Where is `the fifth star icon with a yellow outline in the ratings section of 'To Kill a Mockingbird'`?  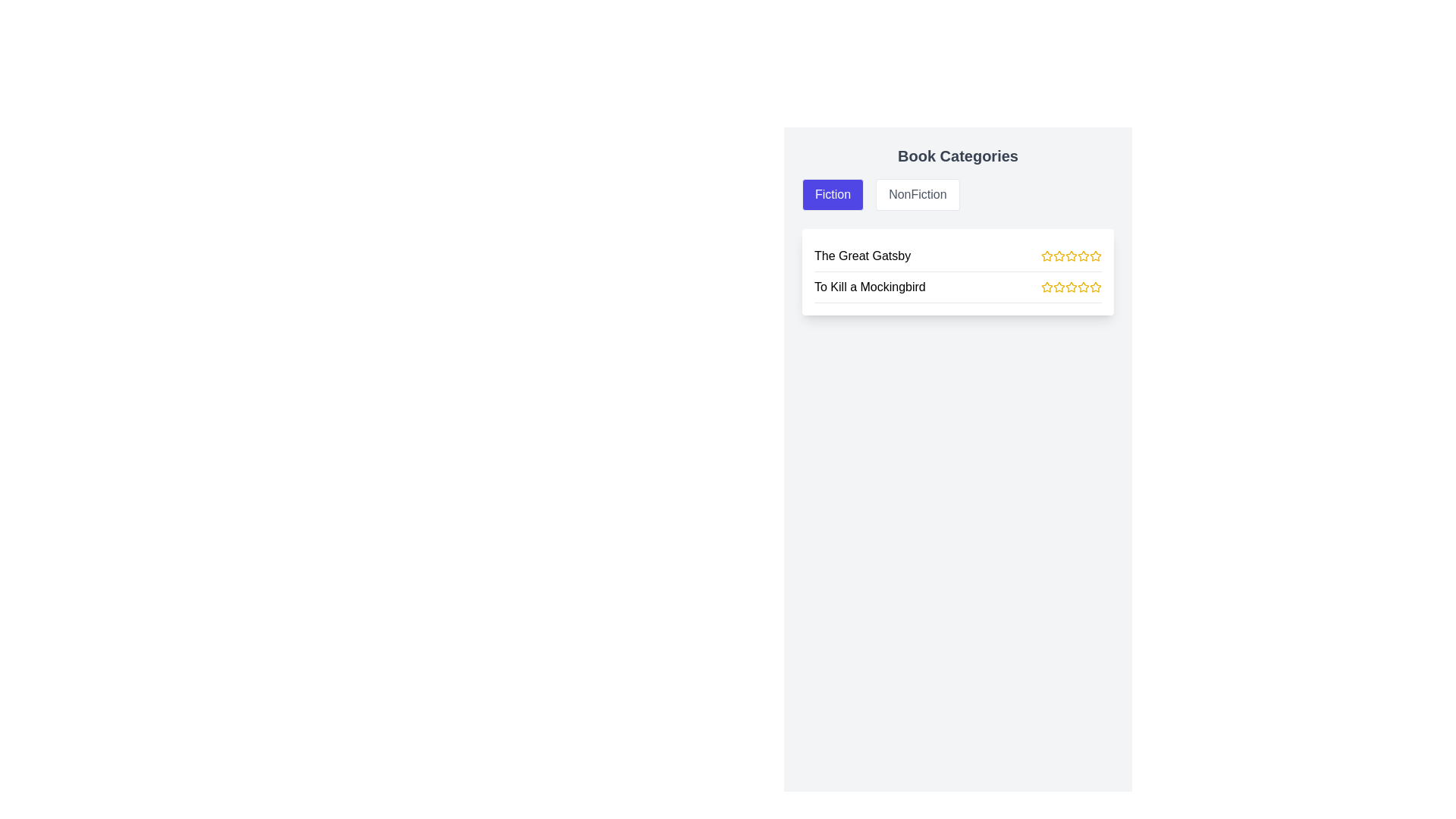
the fifth star icon with a yellow outline in the ratings section of 'To Kill a Mockingbird' is located at coordinates (1095, 287).